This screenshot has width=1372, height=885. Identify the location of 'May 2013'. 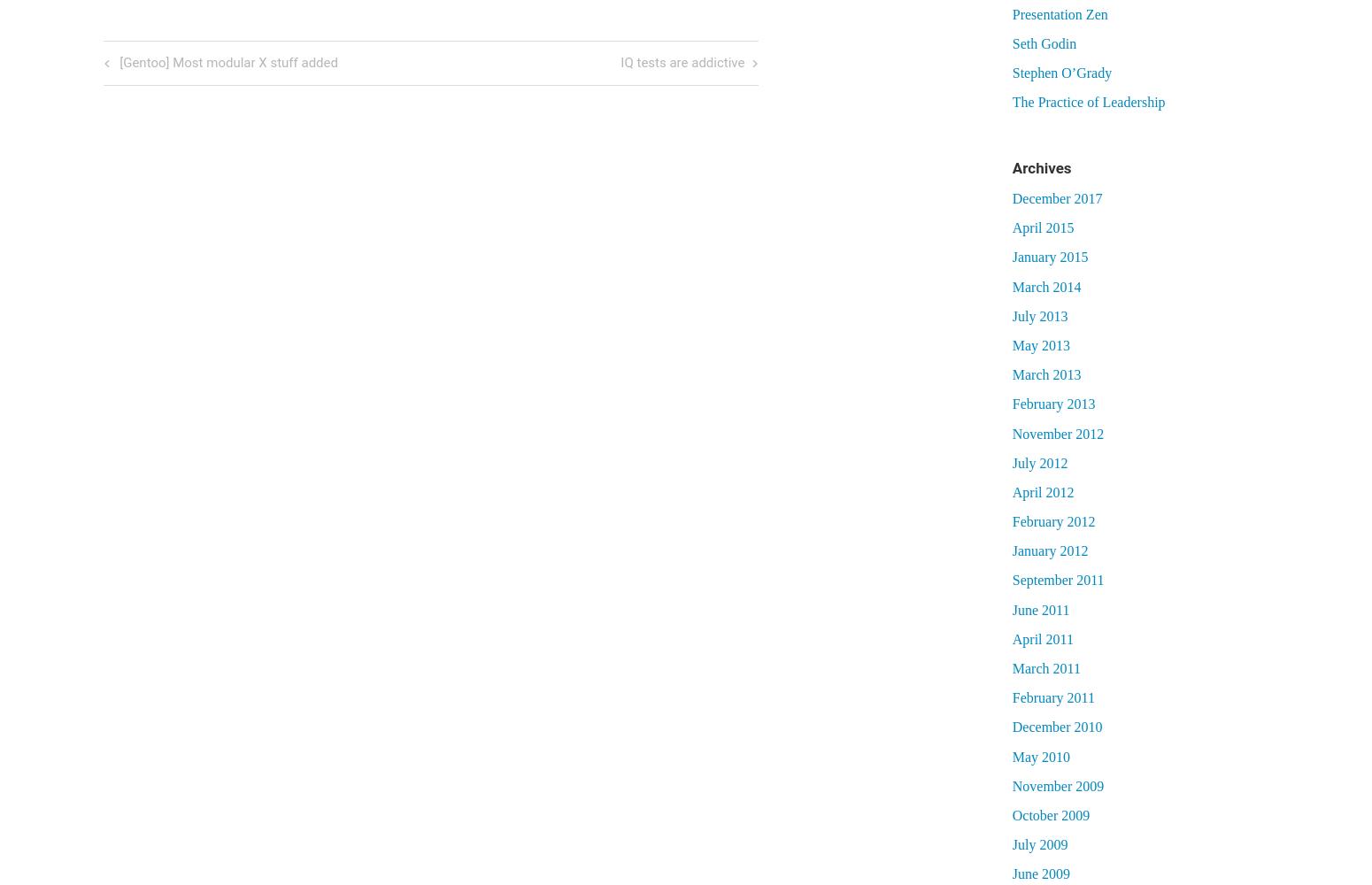
(1040, 344).